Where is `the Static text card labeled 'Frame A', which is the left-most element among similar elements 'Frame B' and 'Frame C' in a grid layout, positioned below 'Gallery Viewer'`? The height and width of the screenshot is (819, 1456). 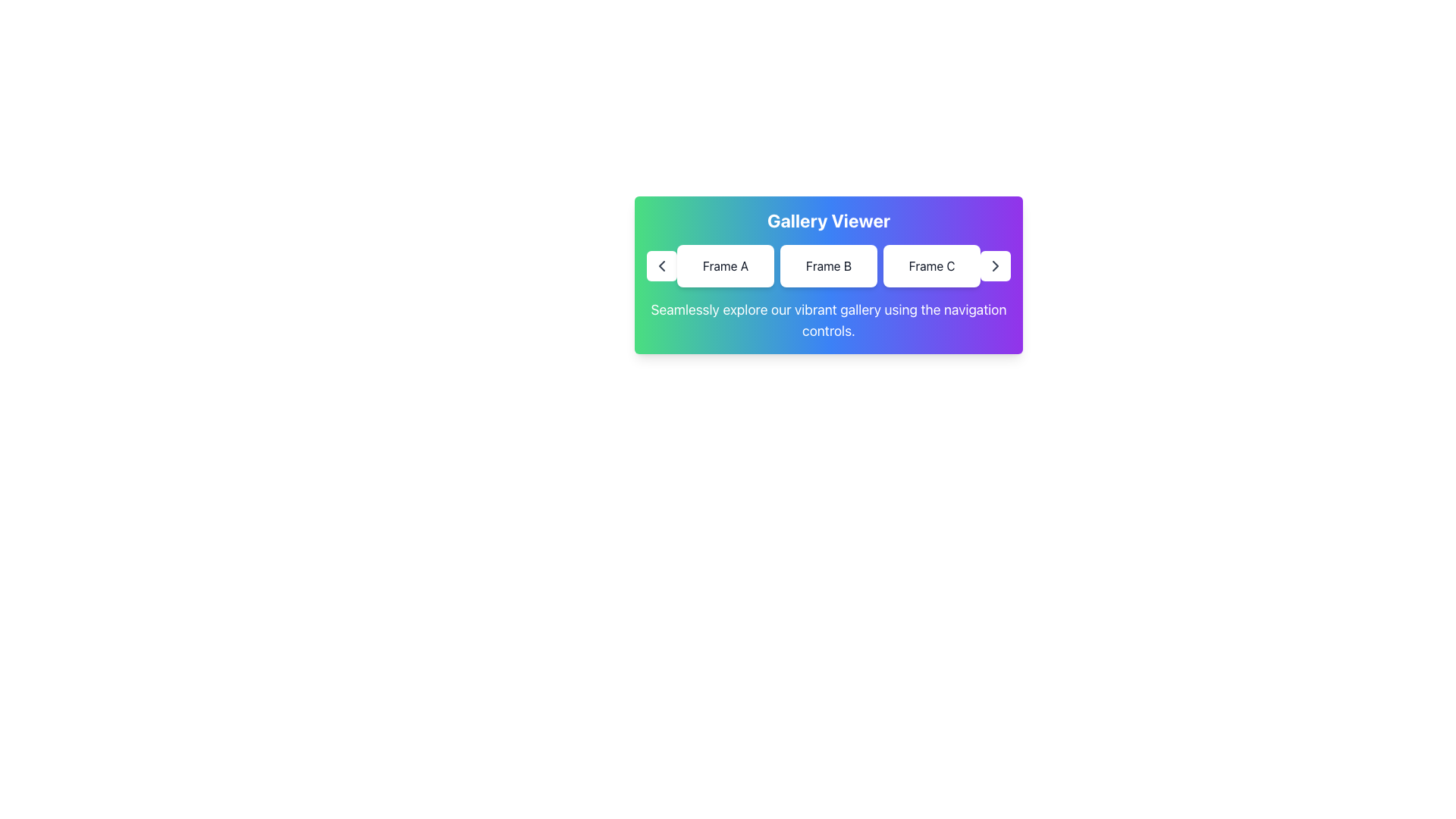 the Static text card labeled 'Frame A', which is the left-most element among similar elements 'Frame B' and 'Frame C' in a grid layout, positioned below 'Gallery Viewer' is located at coordinates (724, 265).